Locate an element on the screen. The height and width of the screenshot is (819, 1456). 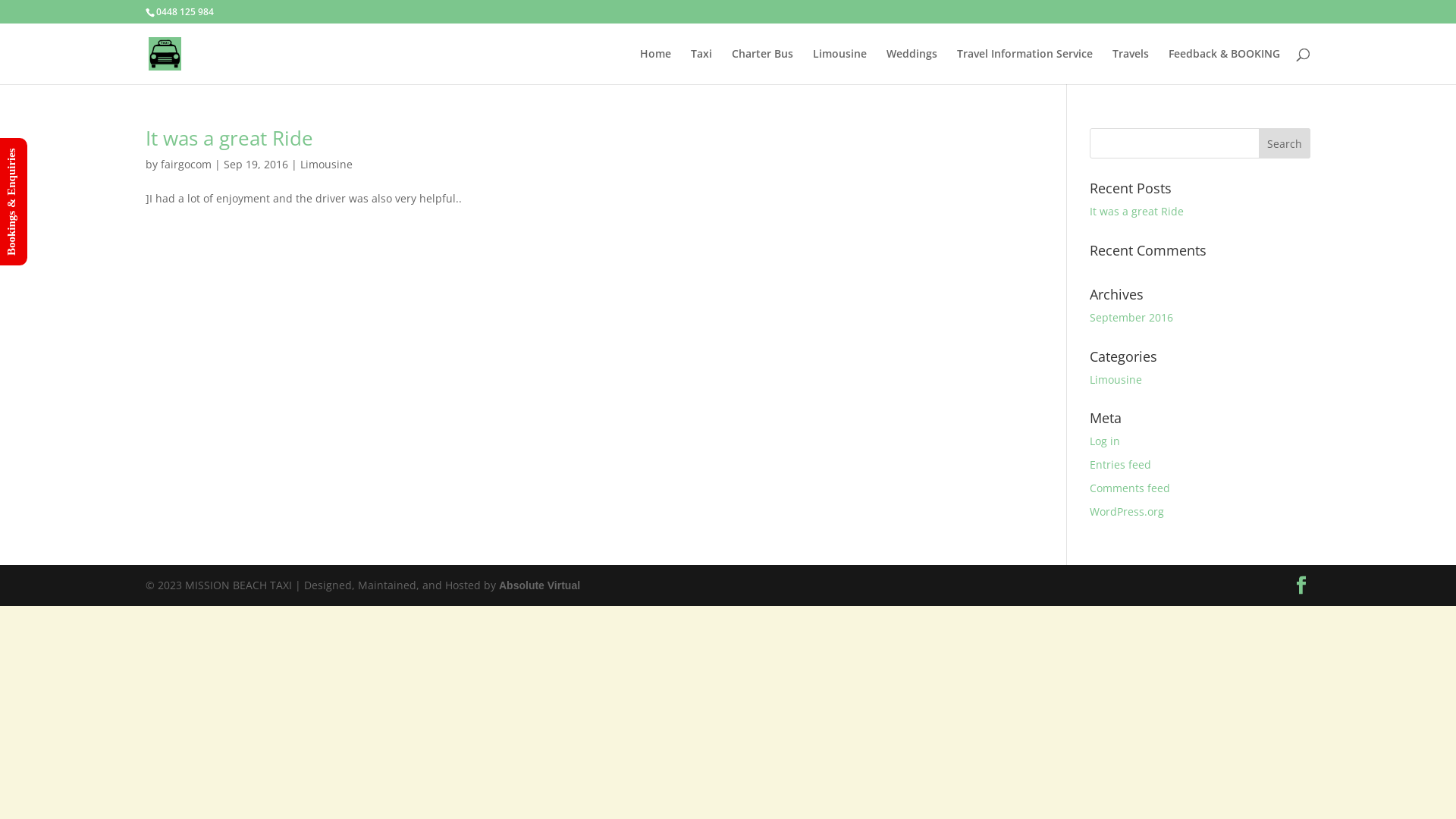
'Log in' is located at coordinates (1105, 441).